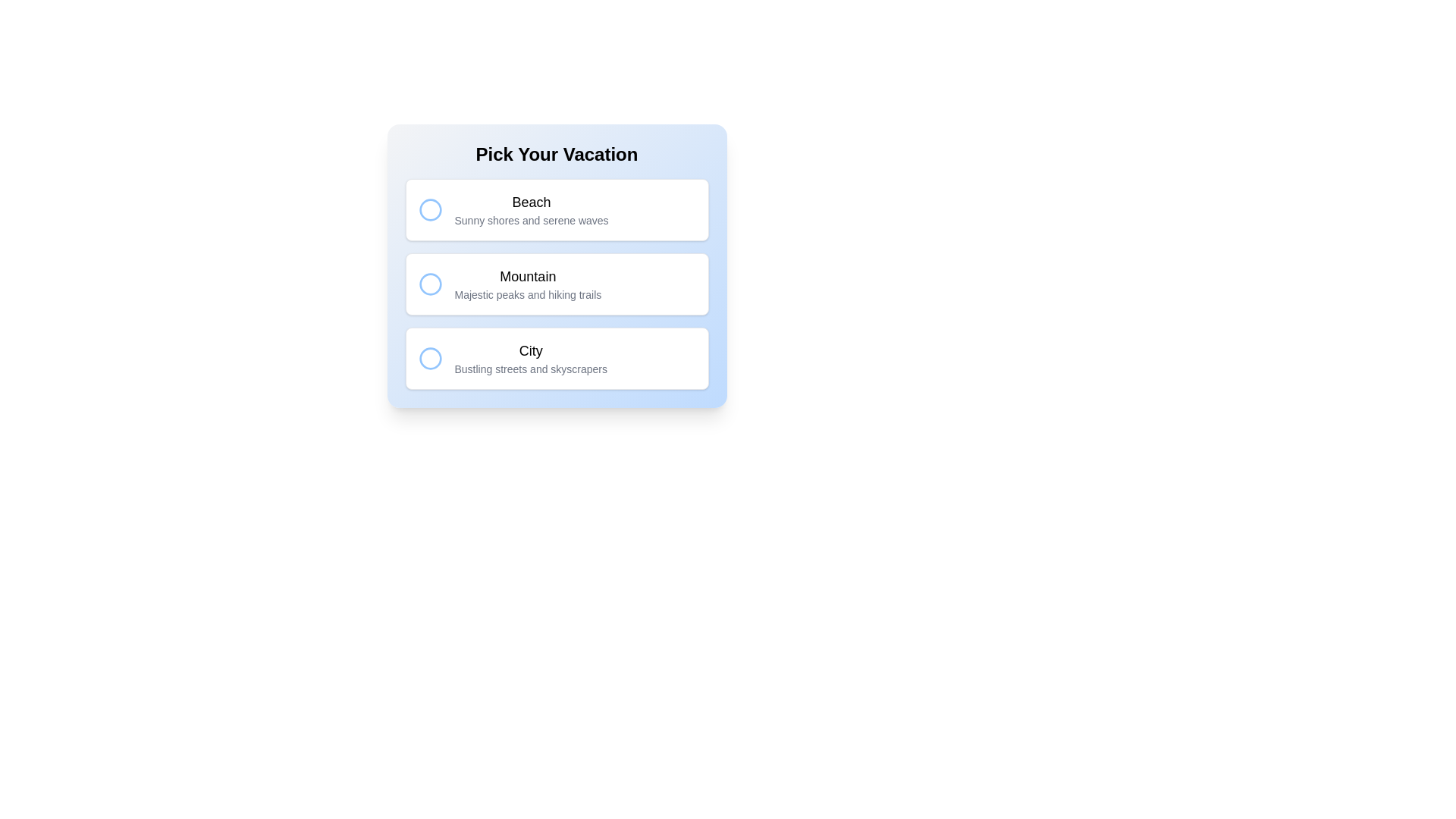  Describe the element at coordinates (528, 295) in the screenshot. I see `the text label displaying 'Majestic peaks and hiking trails', which is located below the 'Mountain' text in the vertical menu under 'Pick Your Vacation'` at that location.